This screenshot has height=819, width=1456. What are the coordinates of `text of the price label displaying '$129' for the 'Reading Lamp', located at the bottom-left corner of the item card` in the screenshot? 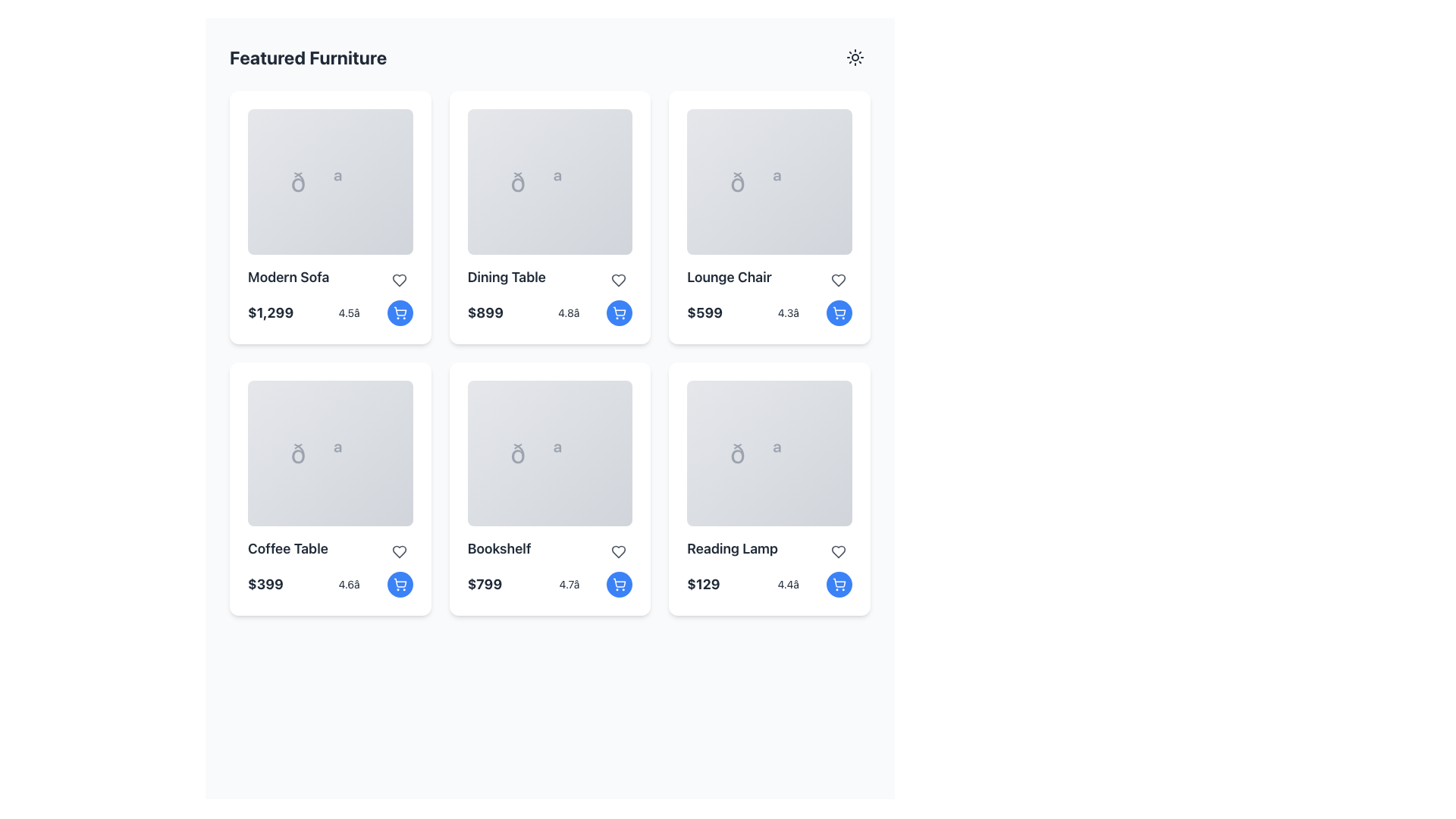 It's located at (702, 584).